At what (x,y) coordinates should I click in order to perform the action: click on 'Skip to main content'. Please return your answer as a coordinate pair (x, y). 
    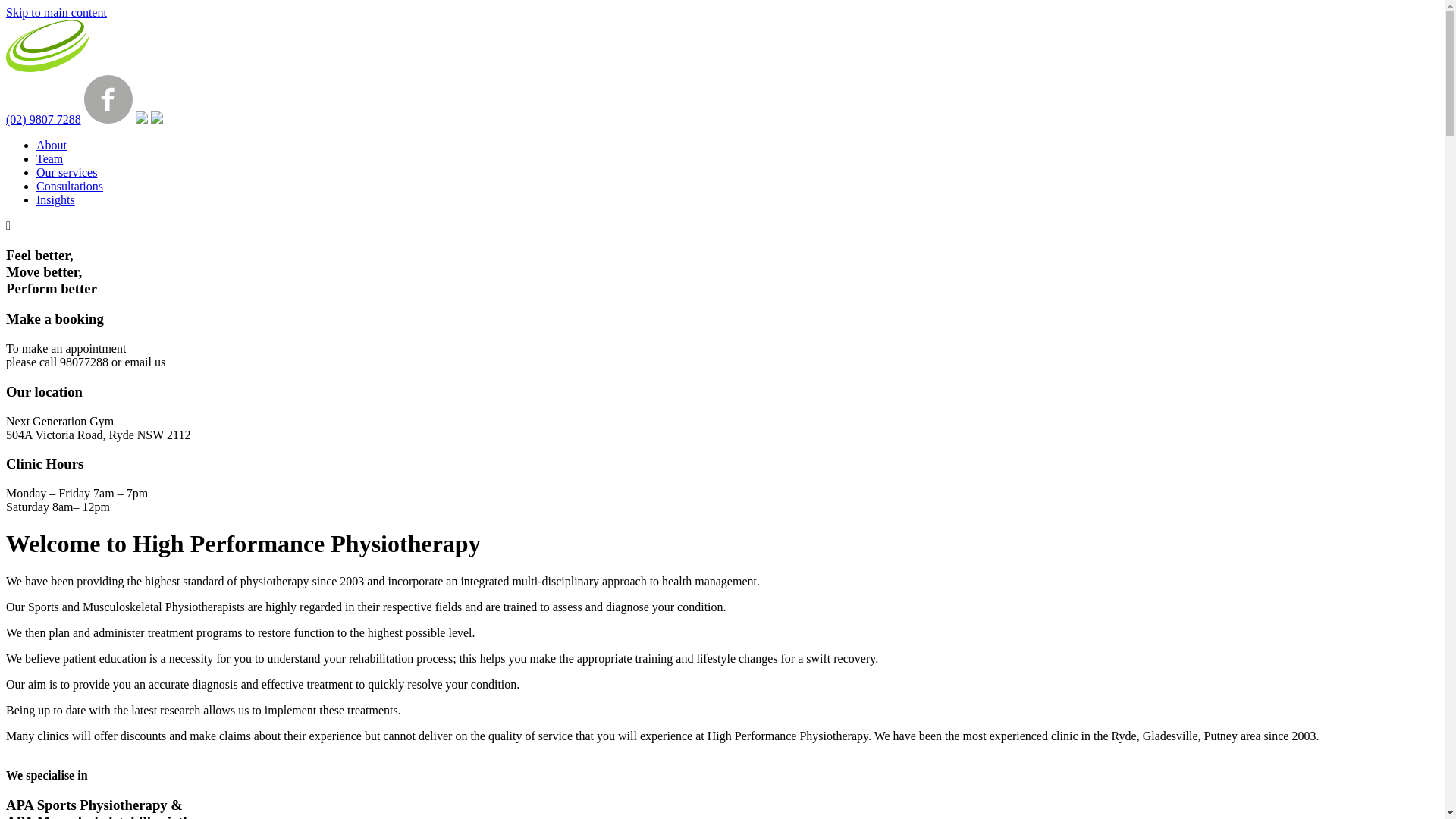
    Looking at the image, I should click on (56, 12).